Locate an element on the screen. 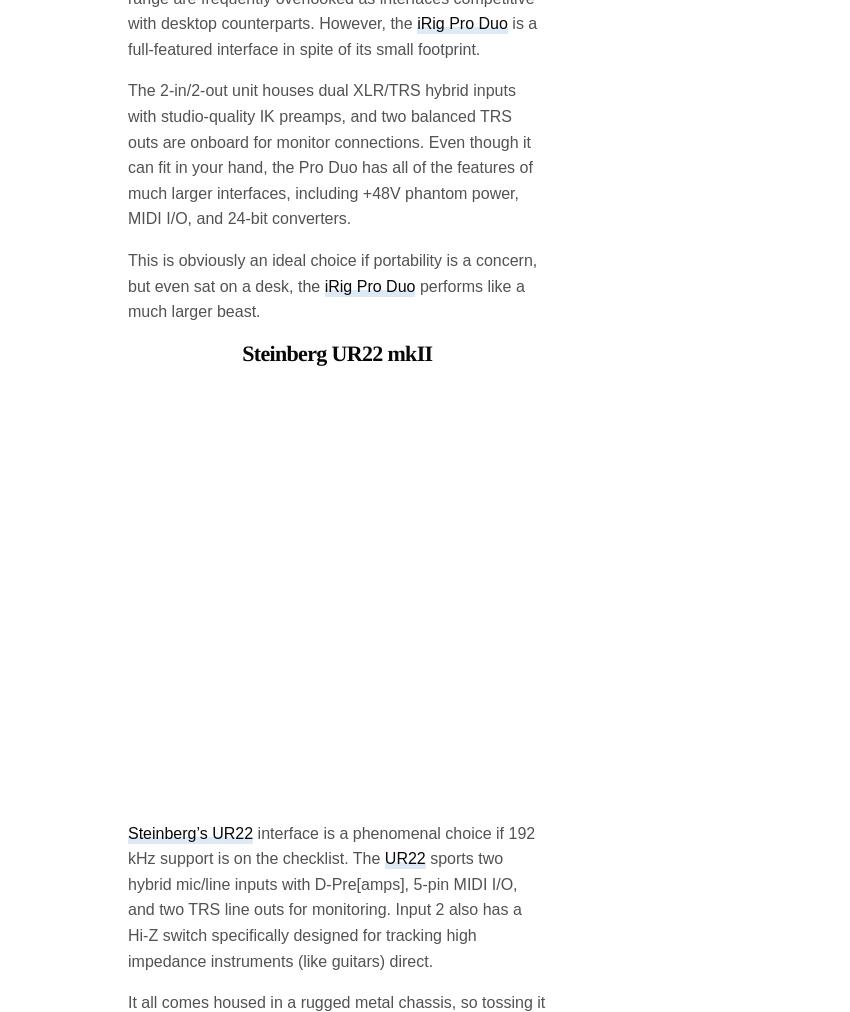  'Focusrite Scarlett 2i2' is located at coordinates (337, 933).